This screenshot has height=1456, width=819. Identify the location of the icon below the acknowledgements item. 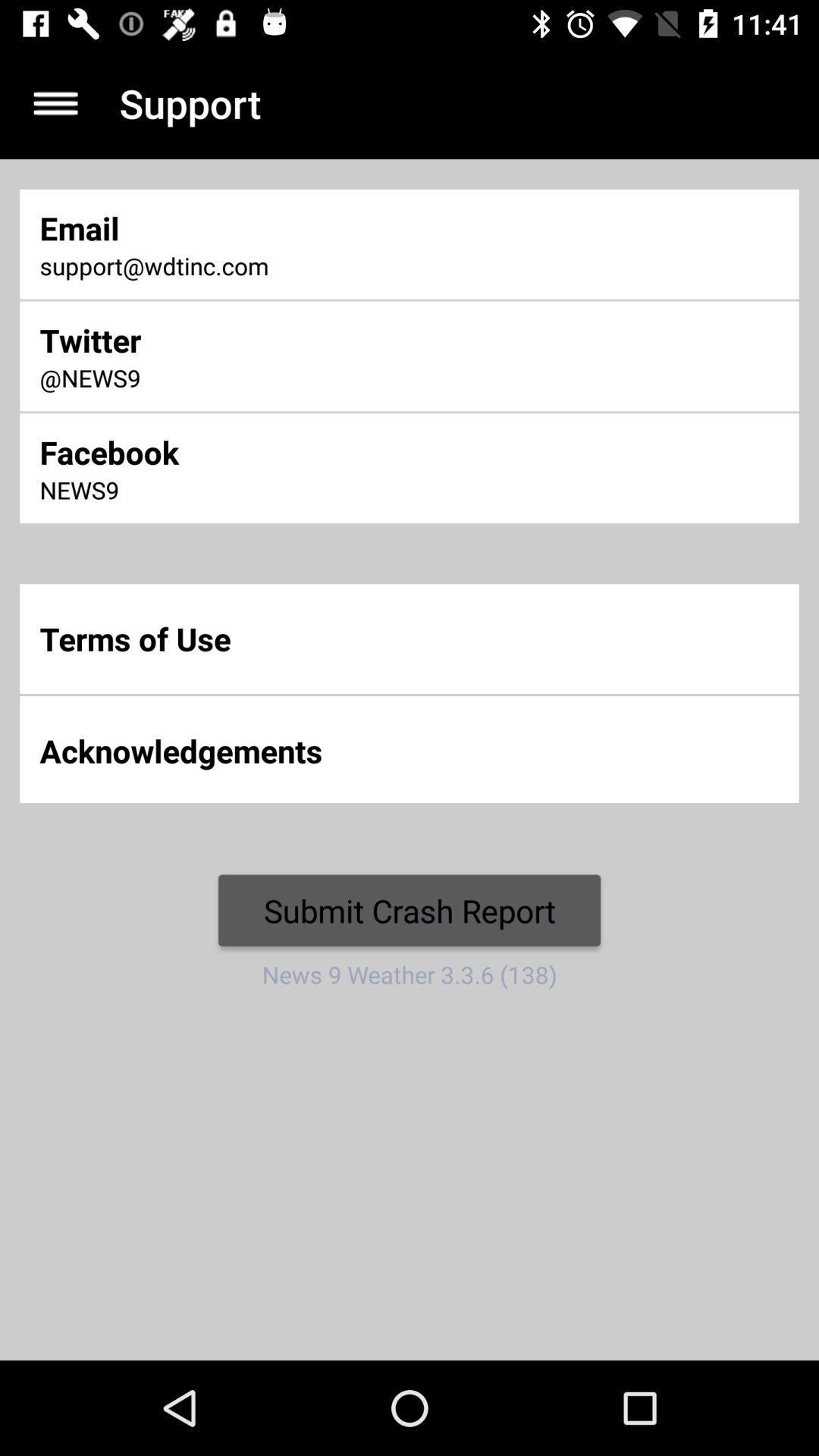
(409, 910).